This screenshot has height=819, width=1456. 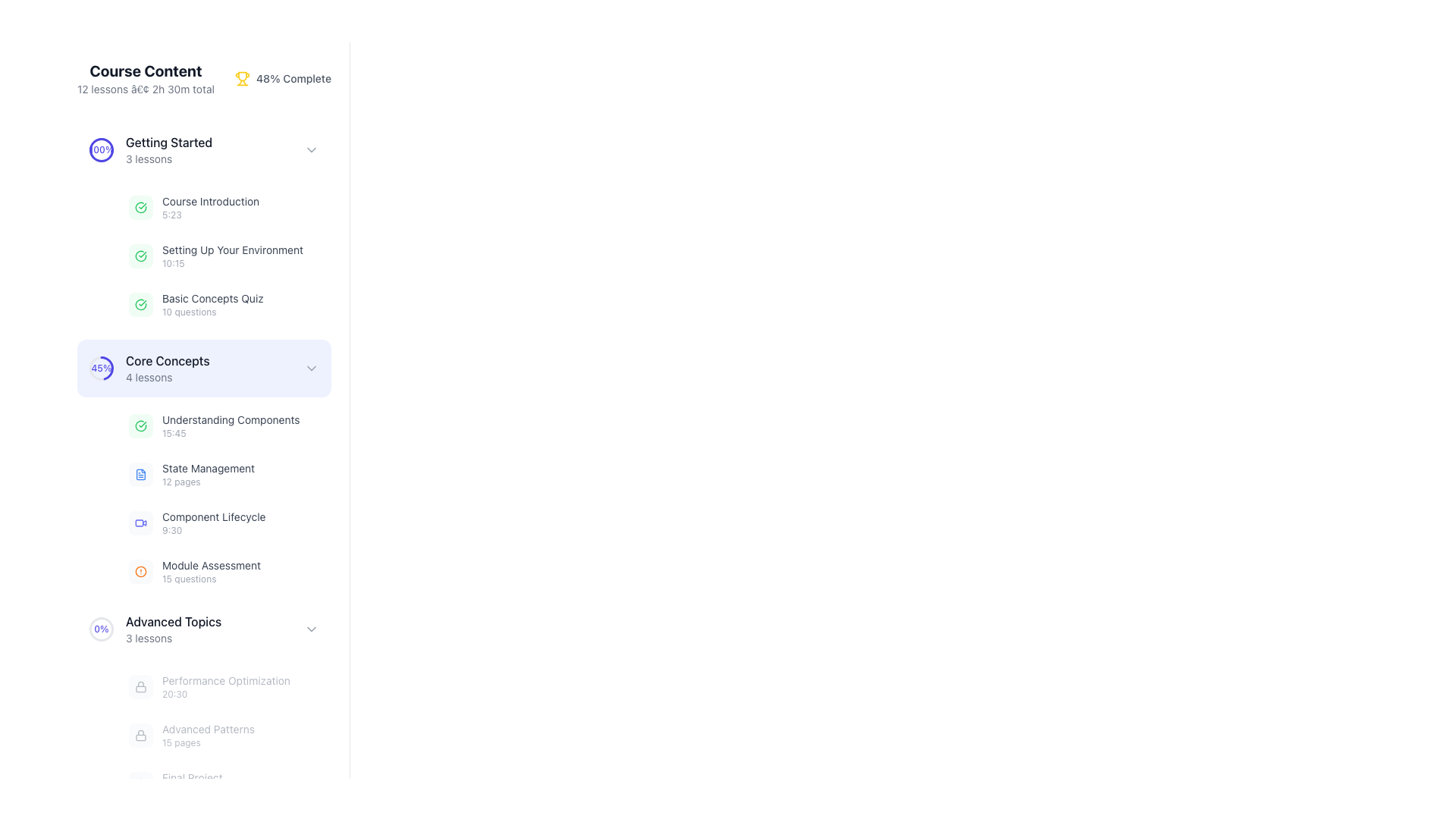 I want to click on the completion status icon for the 'Basic Concepts Quiz' located in the 'Getting Started' section of the course content sidebar, which is positioned directly to the left of the text label 'Basic Concepts Quiz', so click(x=141, y=304).